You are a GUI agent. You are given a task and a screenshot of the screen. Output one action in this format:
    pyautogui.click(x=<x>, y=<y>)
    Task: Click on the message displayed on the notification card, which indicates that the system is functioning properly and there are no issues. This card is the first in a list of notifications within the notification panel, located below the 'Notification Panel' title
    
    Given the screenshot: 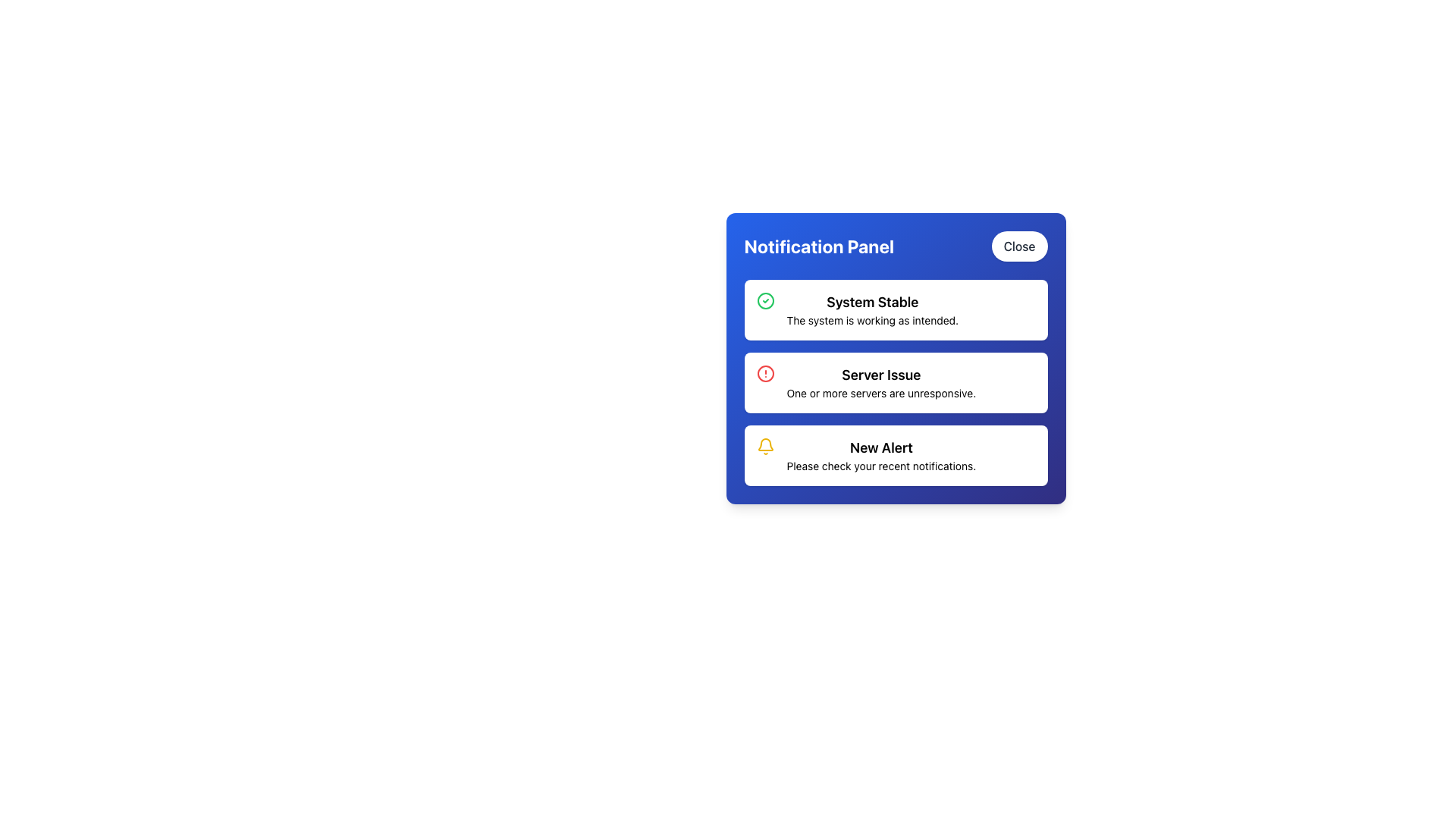 What is the action you would take?
    pyautogui.click(x=896, y=309)
    